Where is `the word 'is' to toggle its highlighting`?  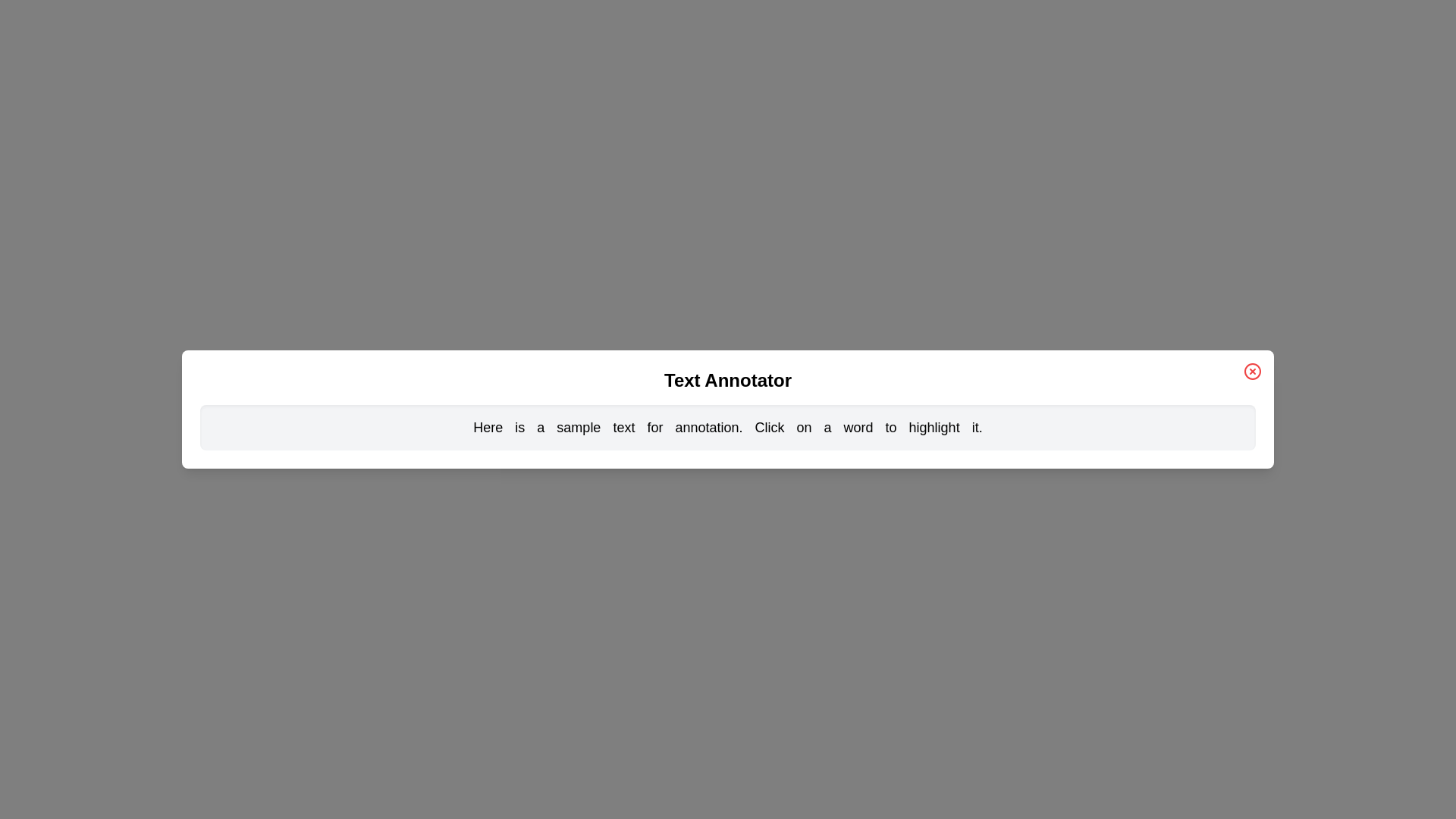 the word 'is' to toggle its highlighting is located at coordinates (519, 427).